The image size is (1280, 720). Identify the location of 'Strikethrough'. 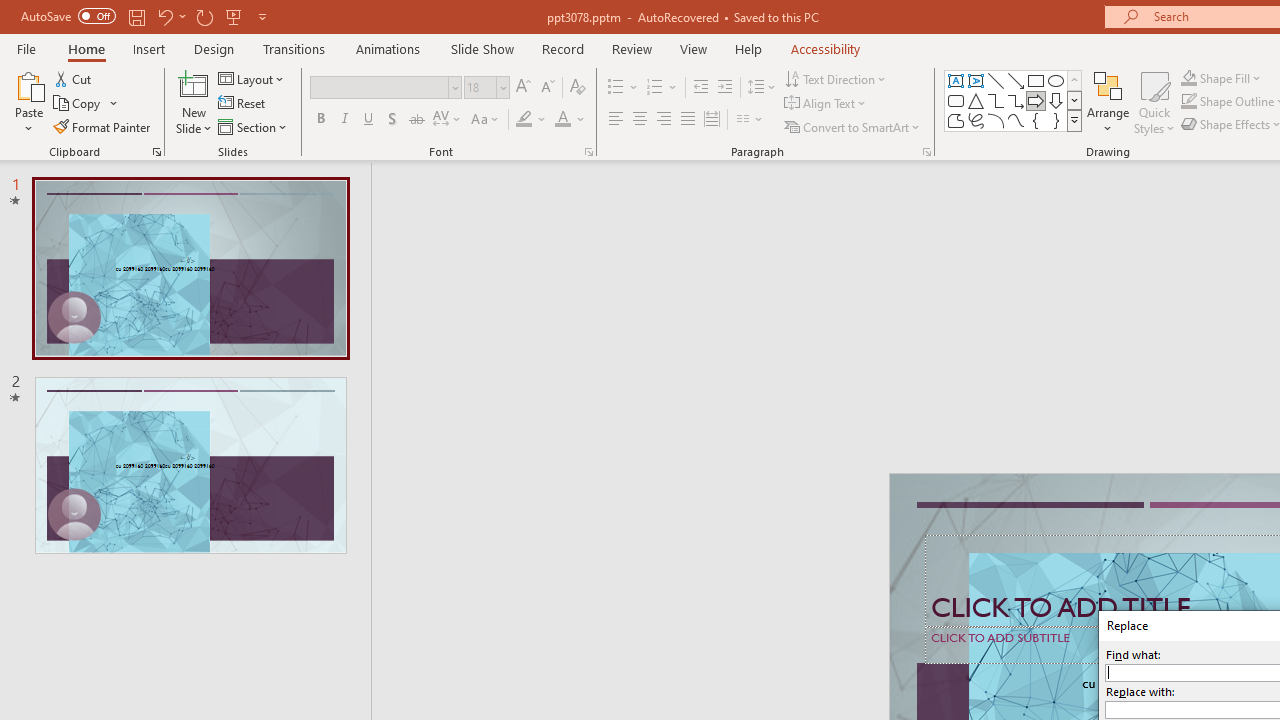
(415, 119).